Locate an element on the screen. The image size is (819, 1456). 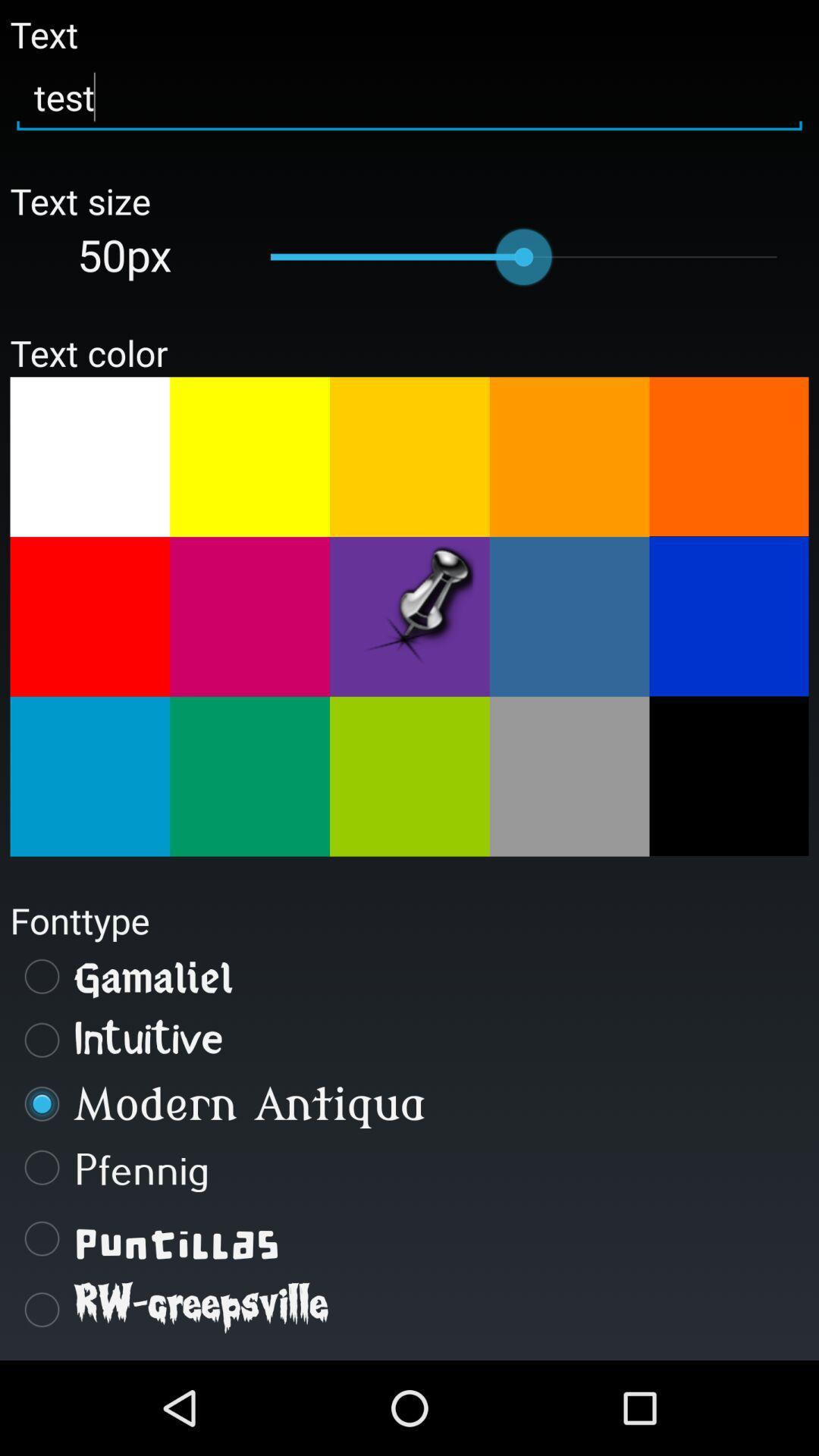
red is located at coordinates (89, 617).